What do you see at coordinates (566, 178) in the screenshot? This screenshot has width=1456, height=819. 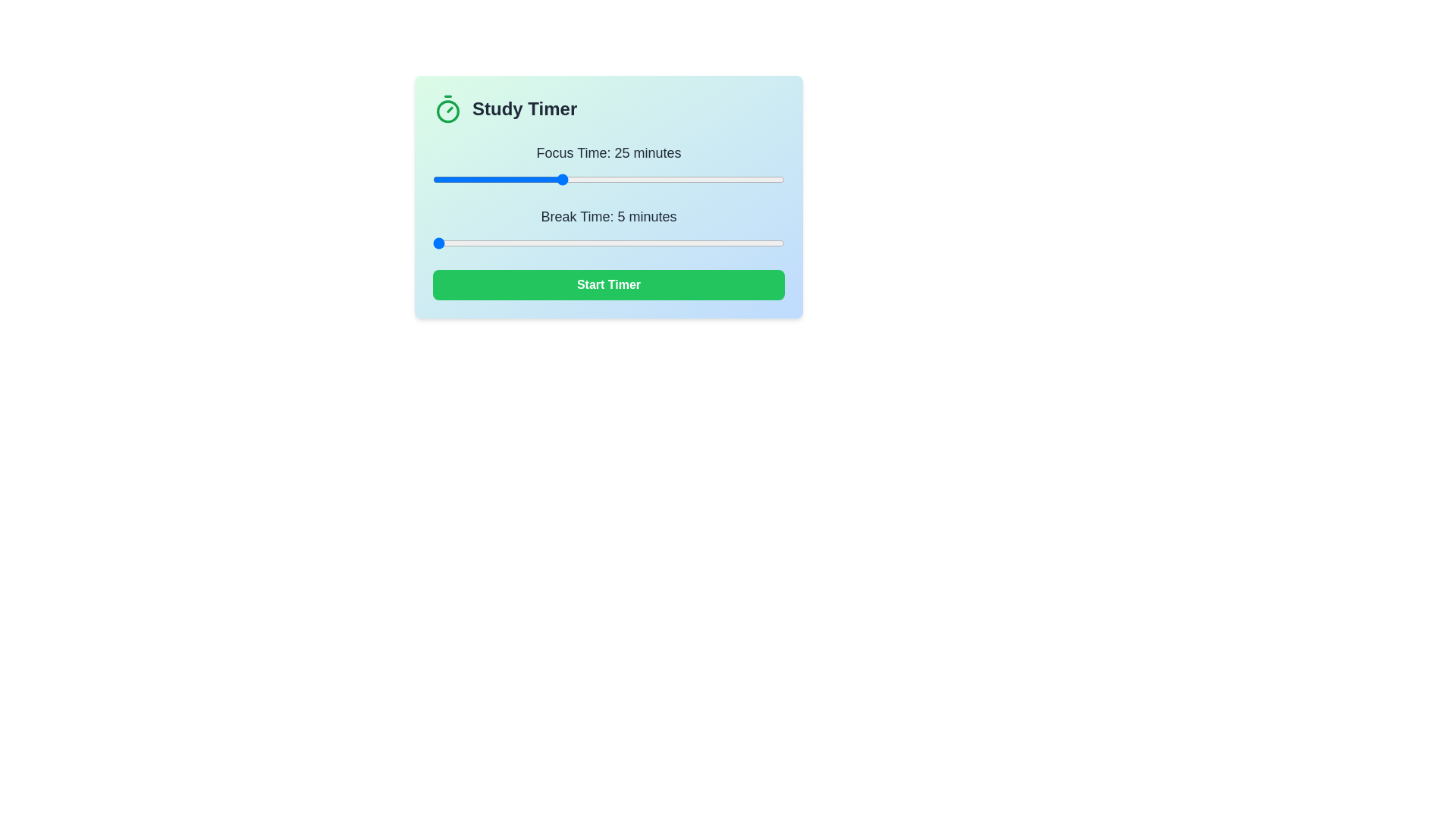 I see `the focus time slider to set the duration to 26 minutes` at bounding box center [566, 178].